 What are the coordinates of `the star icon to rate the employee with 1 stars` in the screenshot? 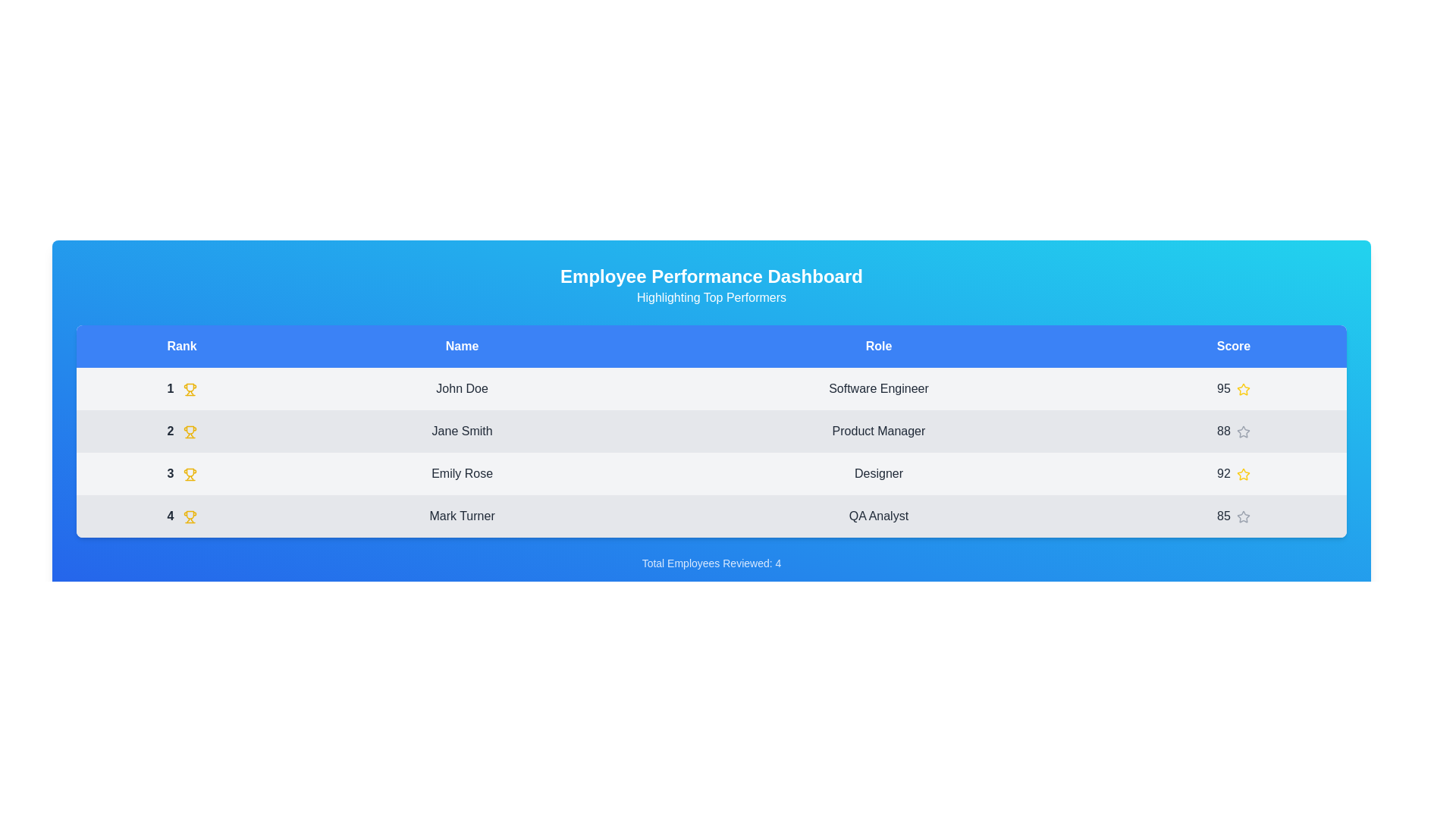 It's located at (1243, 388).